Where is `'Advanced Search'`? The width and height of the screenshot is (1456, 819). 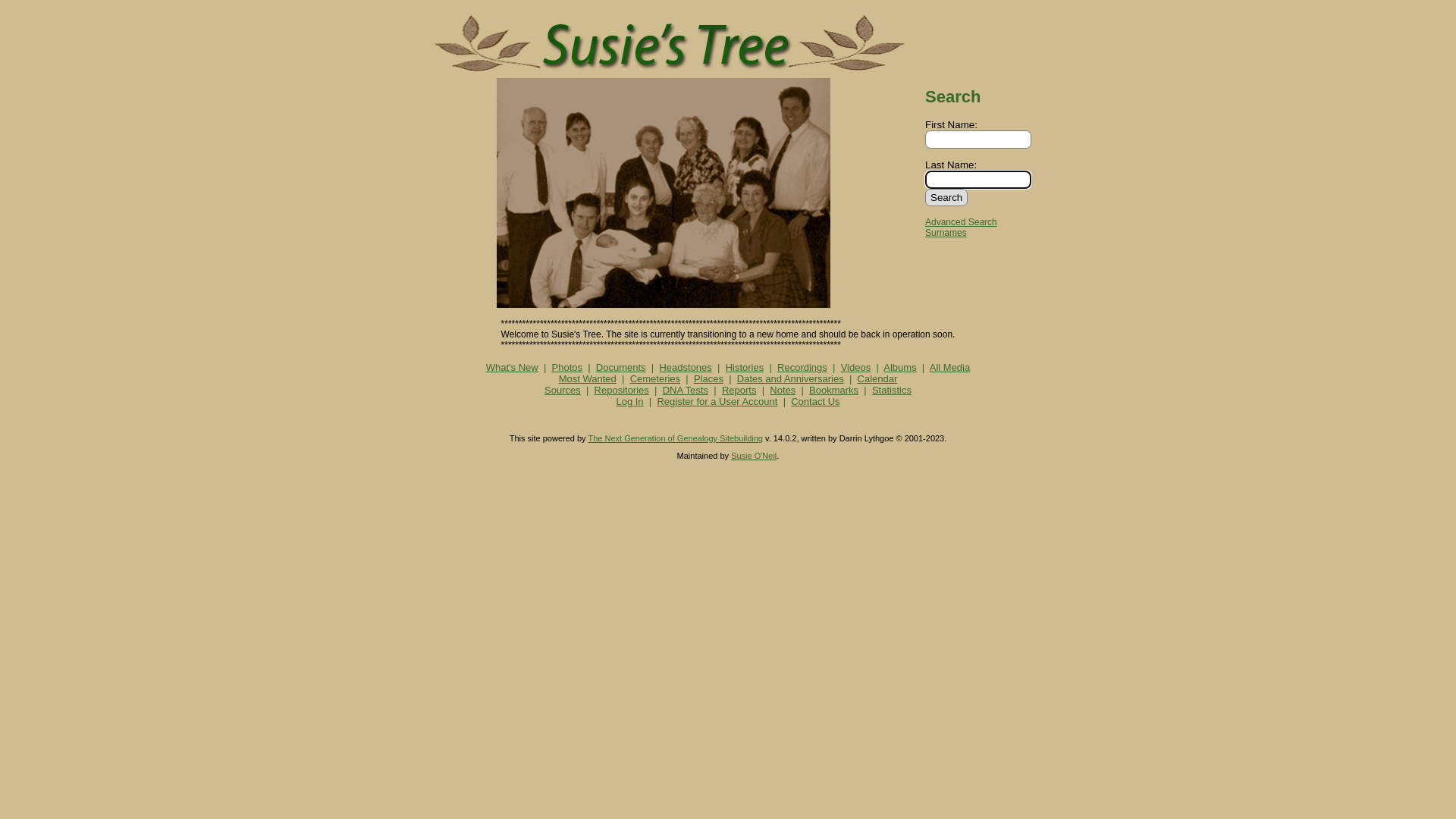 'Advanced Search' is located at coordinates (960, 222).